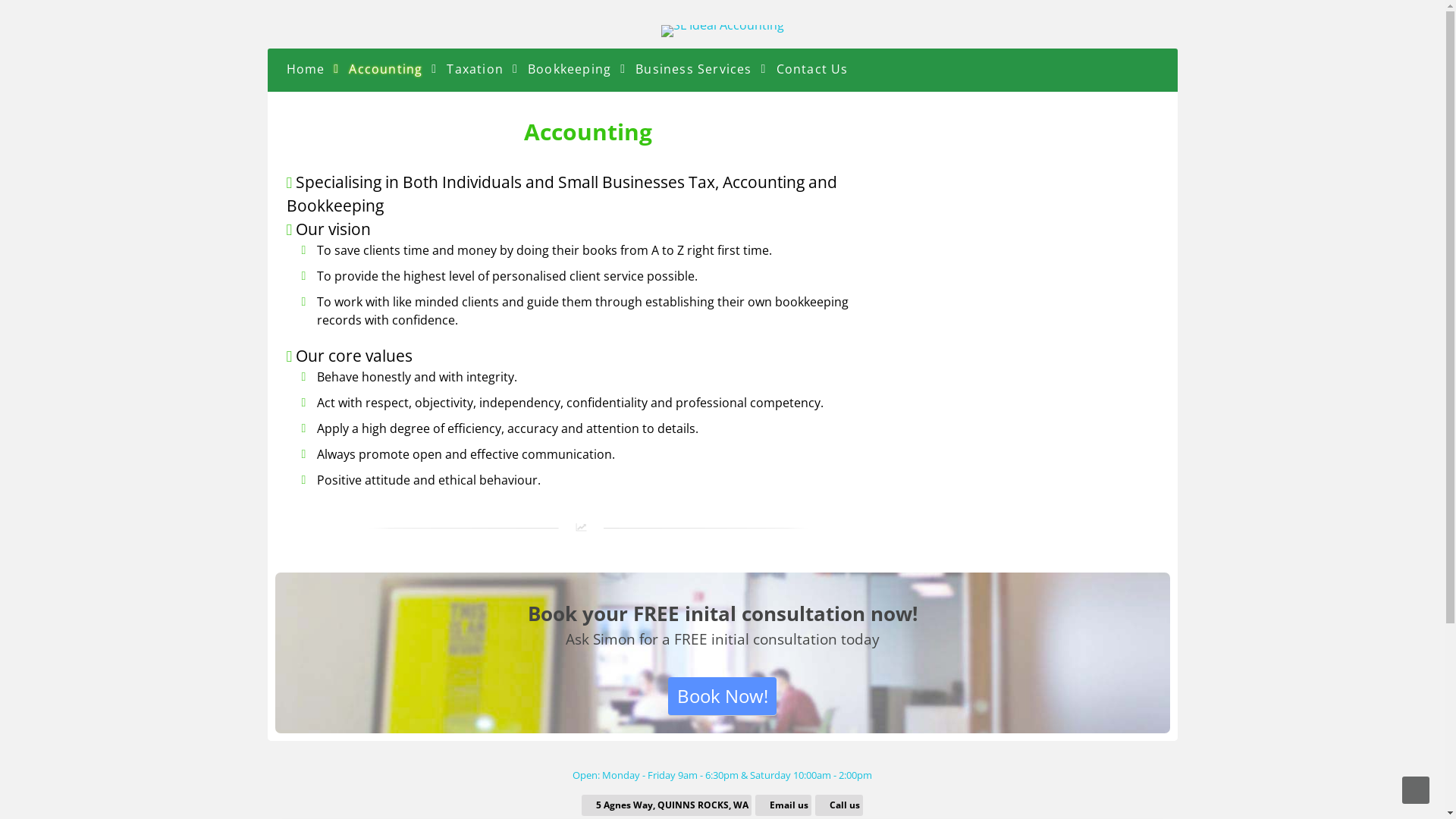  I want to click on 'Book Now!', so click(667, 696).